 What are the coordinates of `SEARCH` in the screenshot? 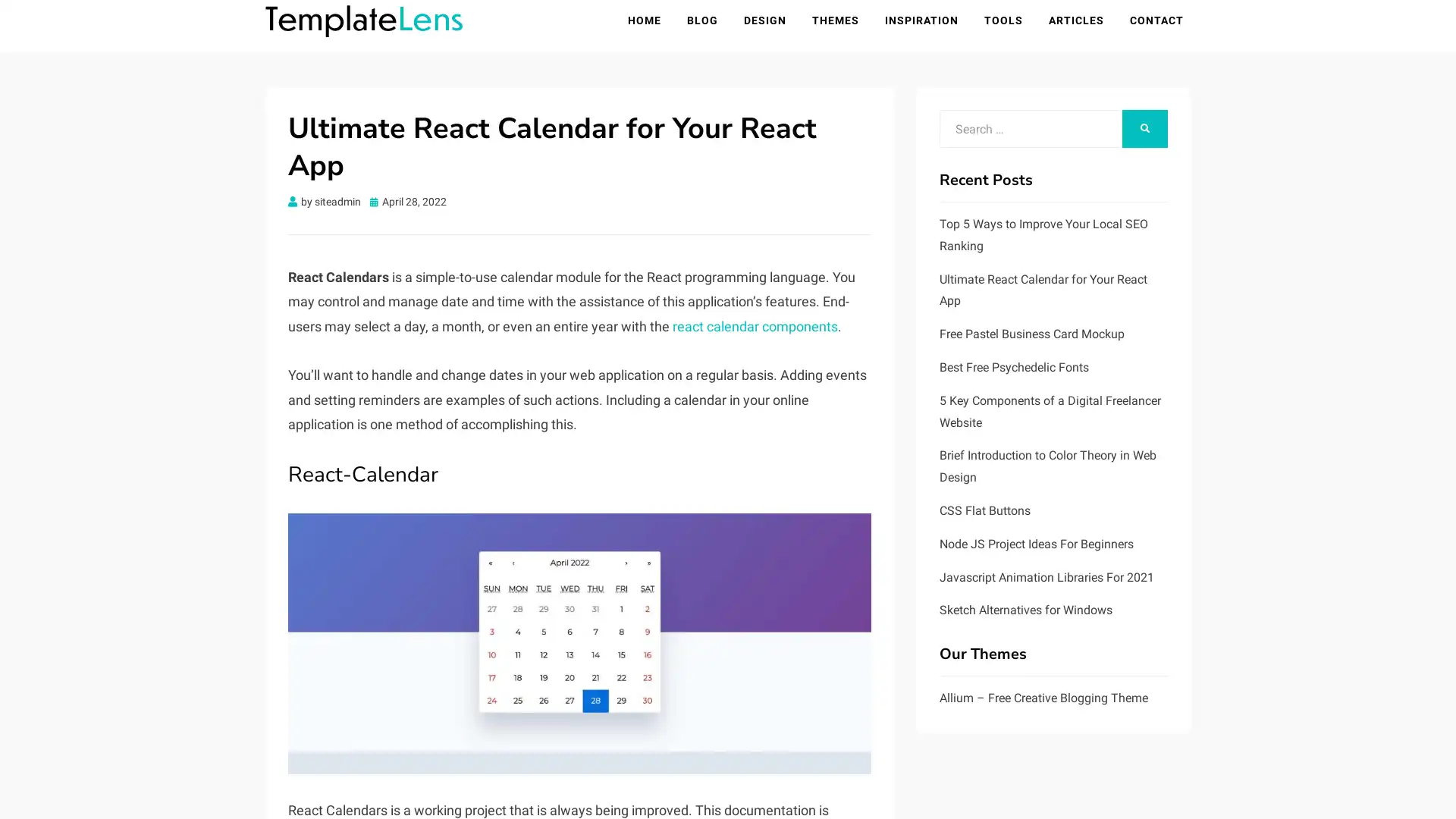 It's located at (1145, 130).